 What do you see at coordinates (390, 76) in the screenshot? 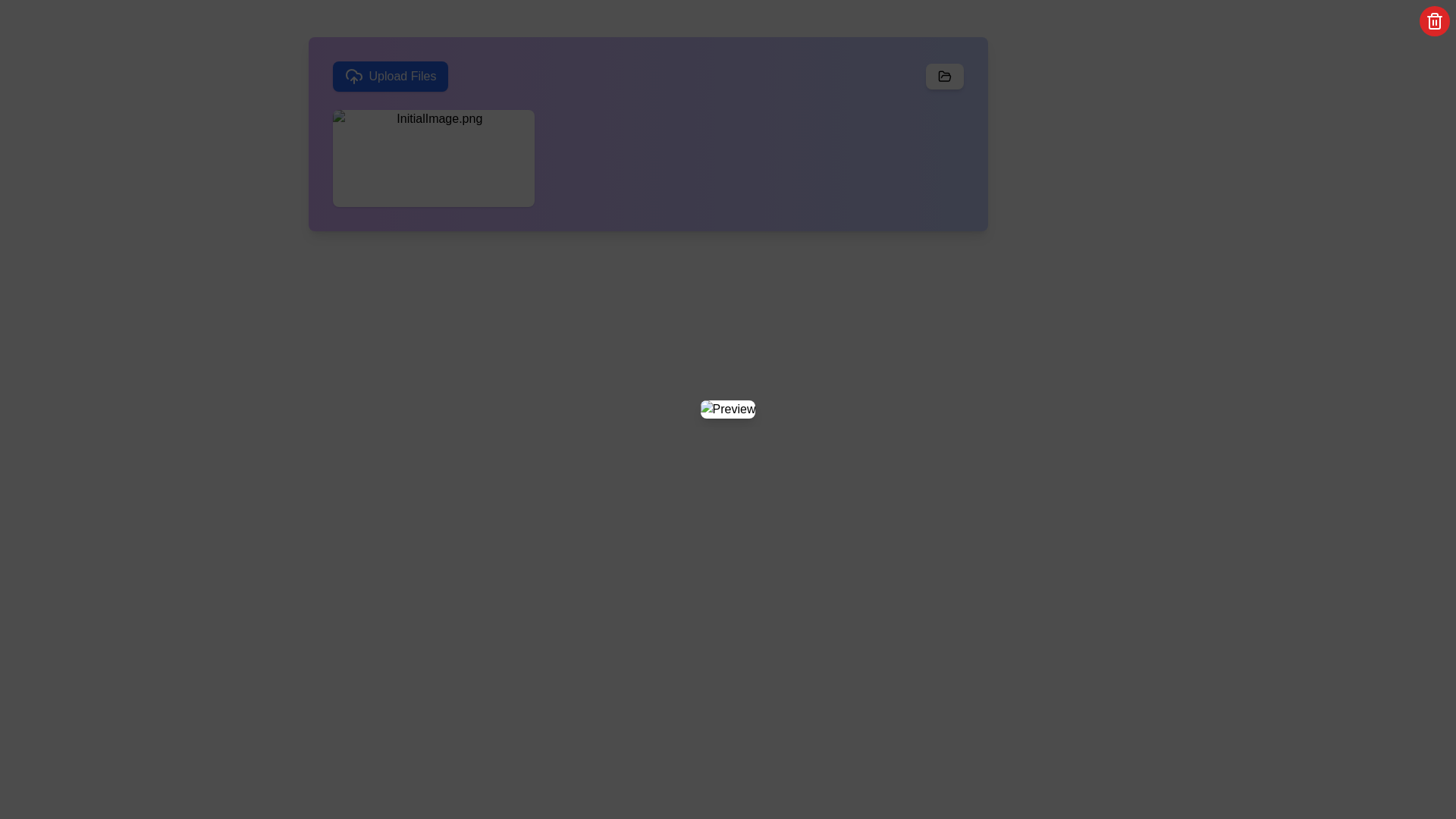
I see `the blue button labeled 'Upload Files'` at bounding box center [390, 76].